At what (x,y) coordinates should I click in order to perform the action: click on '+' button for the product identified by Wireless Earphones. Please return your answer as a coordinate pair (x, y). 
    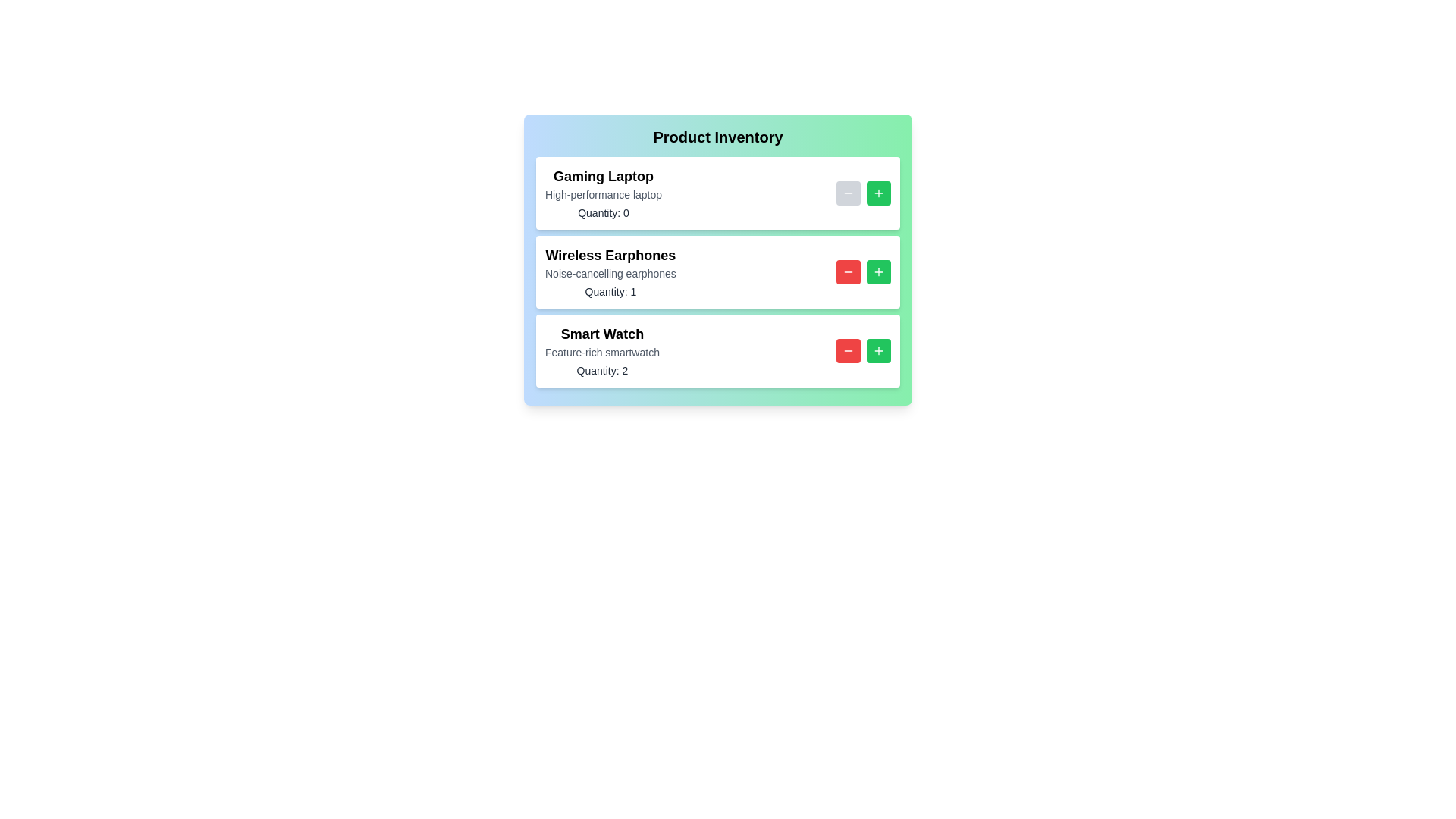
    Looking at the image, I should click on (878, 271).